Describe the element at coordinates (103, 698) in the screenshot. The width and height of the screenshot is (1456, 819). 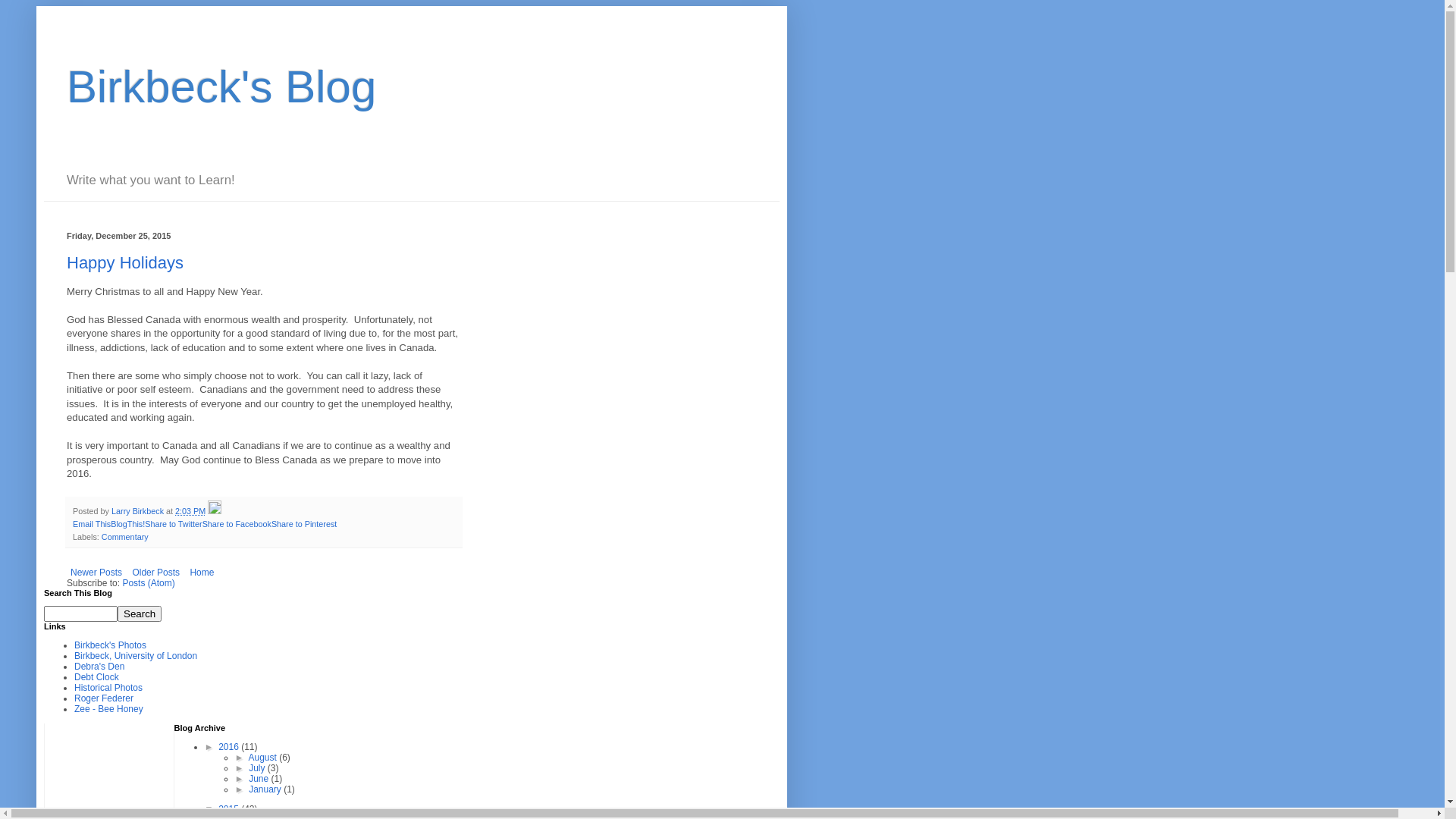
I see `'Roger Federer'` at that location.